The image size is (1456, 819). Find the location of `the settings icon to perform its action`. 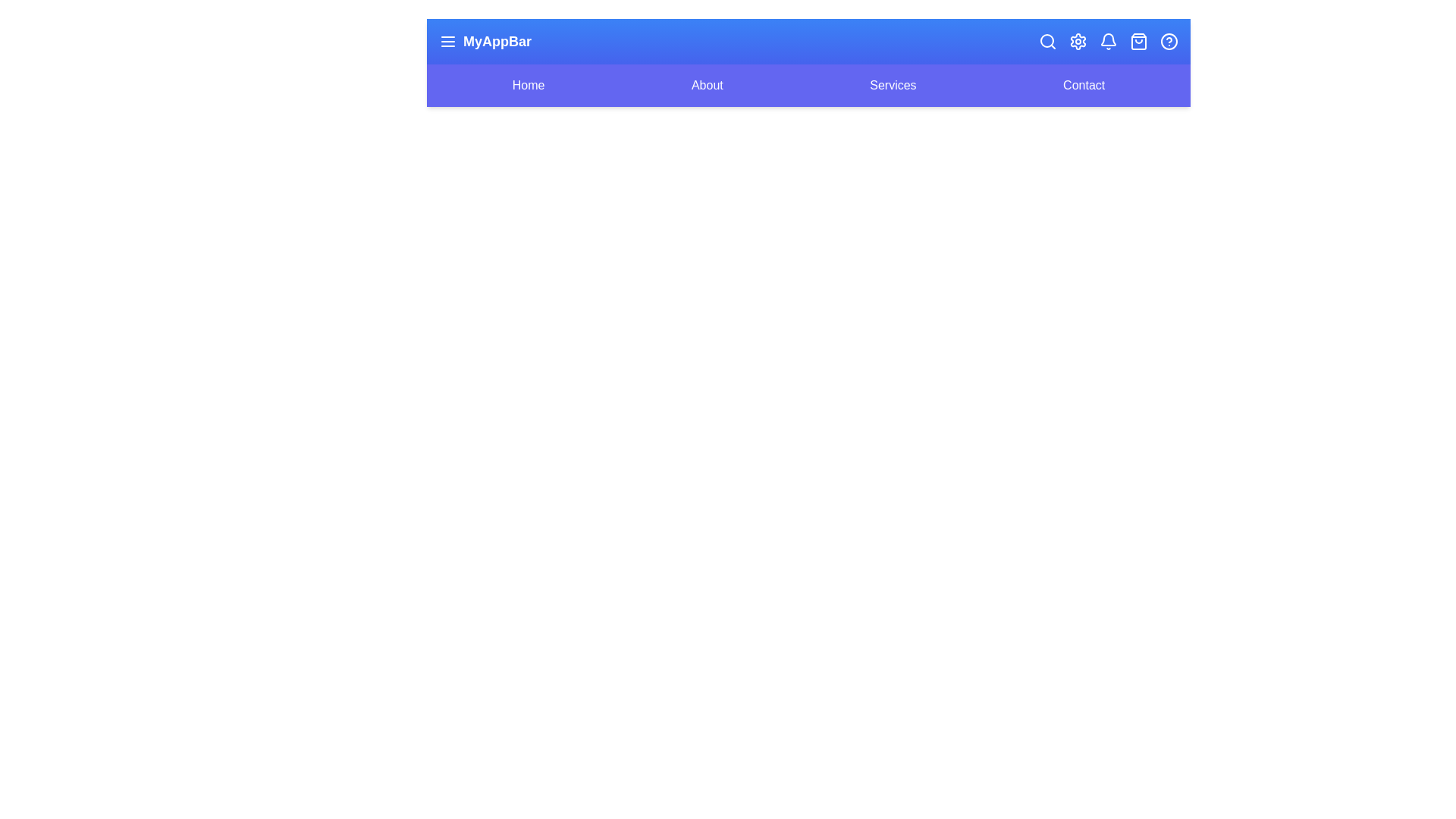

the settings icon to perform its action is located at coordinates (1077, 40).